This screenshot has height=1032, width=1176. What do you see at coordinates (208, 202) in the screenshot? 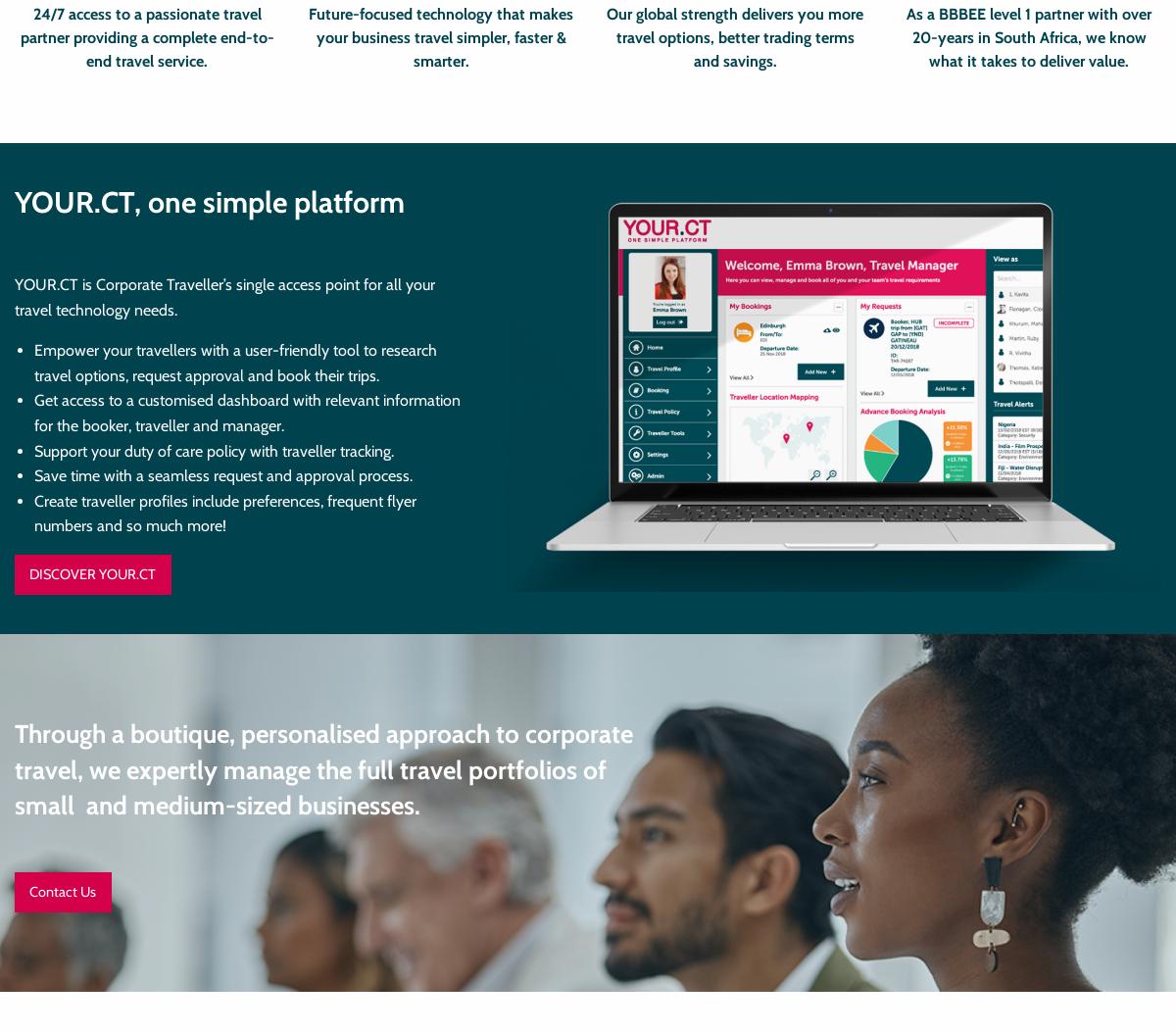
I see `'YOUR.CT, one simple platform'` at bounding box center [208, 202].